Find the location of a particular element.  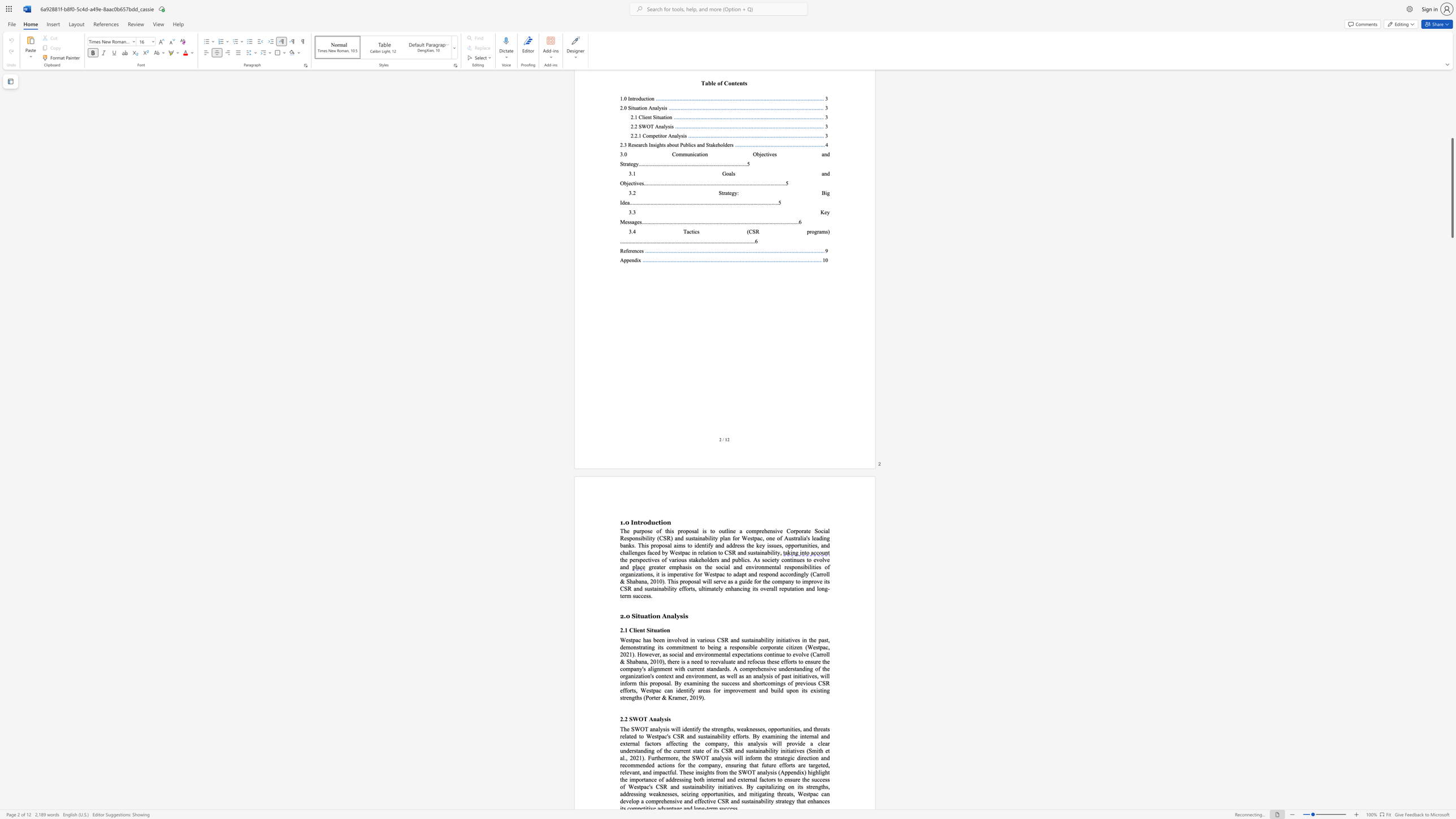

the 1th character "g" in the text is located at coordinates (653, 647).